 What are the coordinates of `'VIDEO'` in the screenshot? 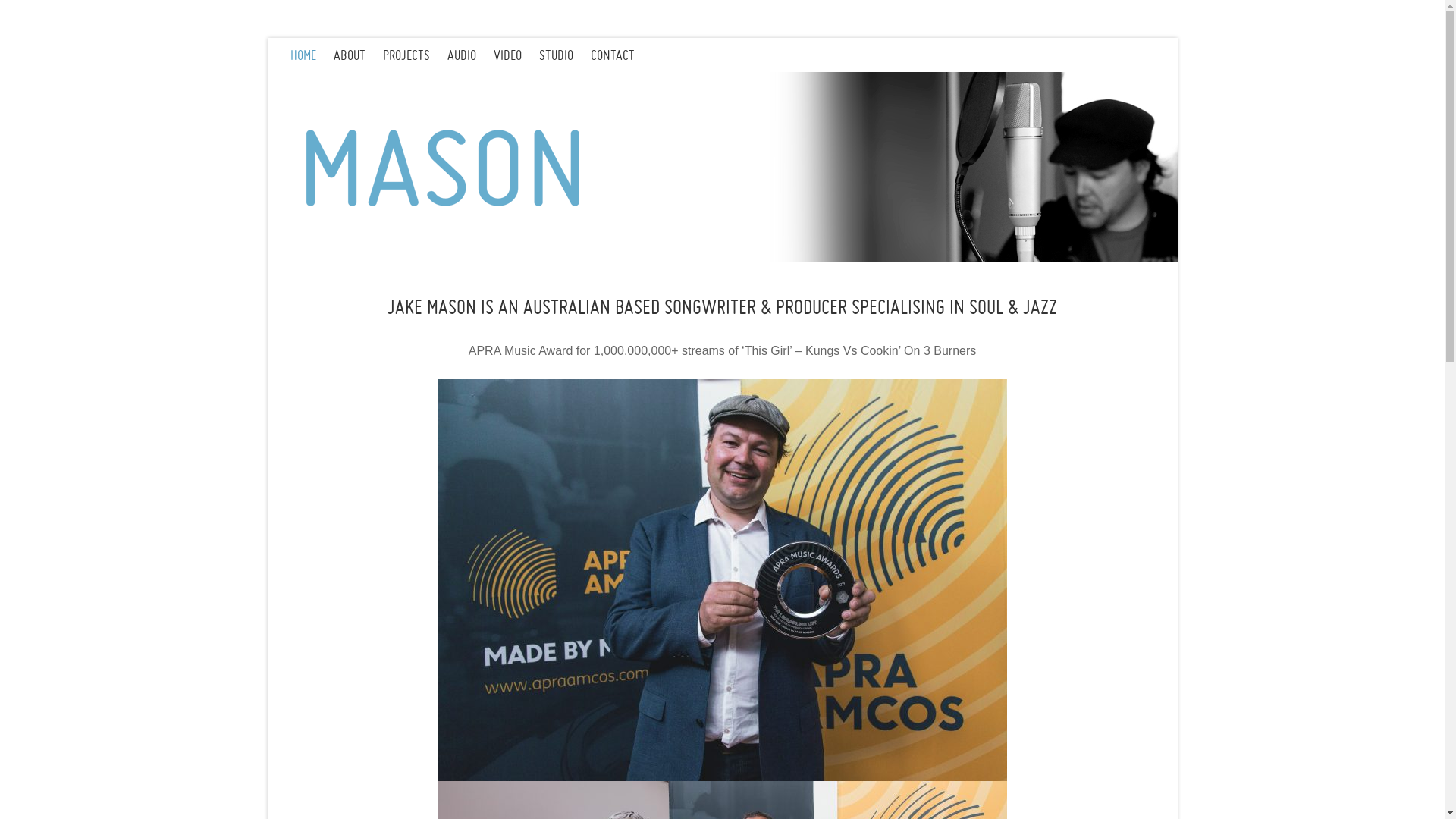 It's located at (516, 54).